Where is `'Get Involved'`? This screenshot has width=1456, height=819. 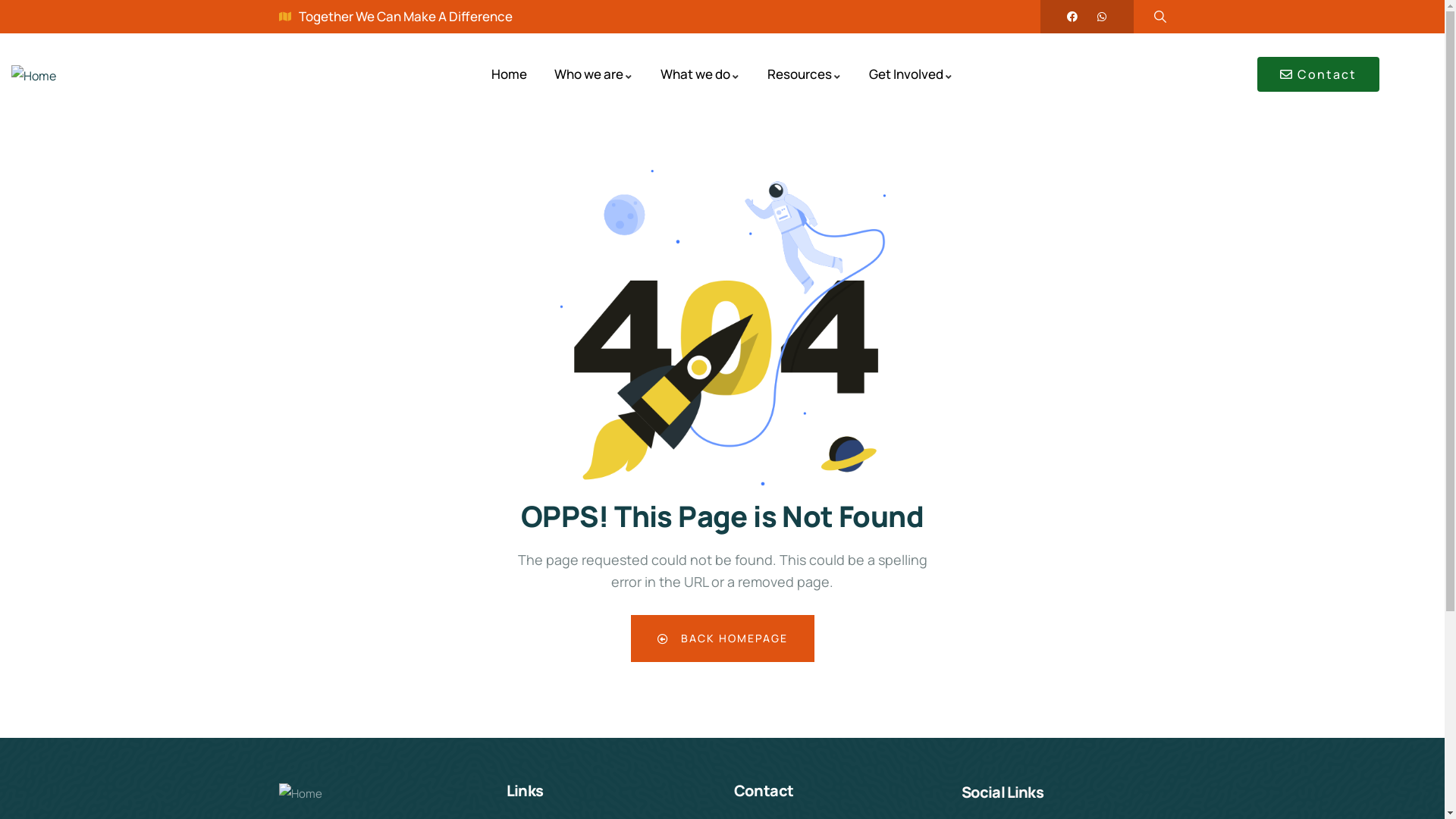
'Get Involved' is located at coordinates (910, 74).